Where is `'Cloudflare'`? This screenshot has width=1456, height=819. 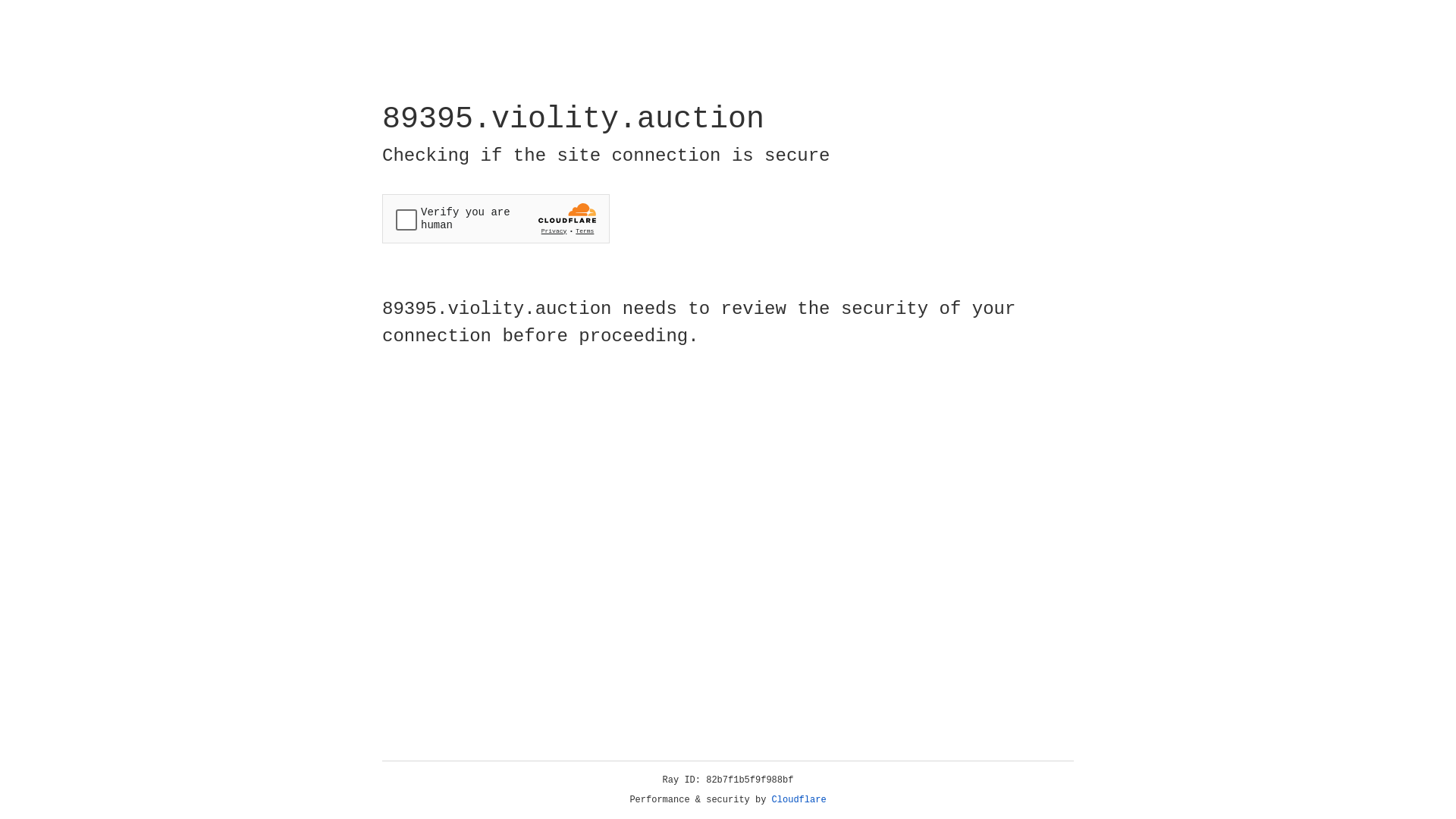 'Cloudflare' is located at coordinates (799, 799).